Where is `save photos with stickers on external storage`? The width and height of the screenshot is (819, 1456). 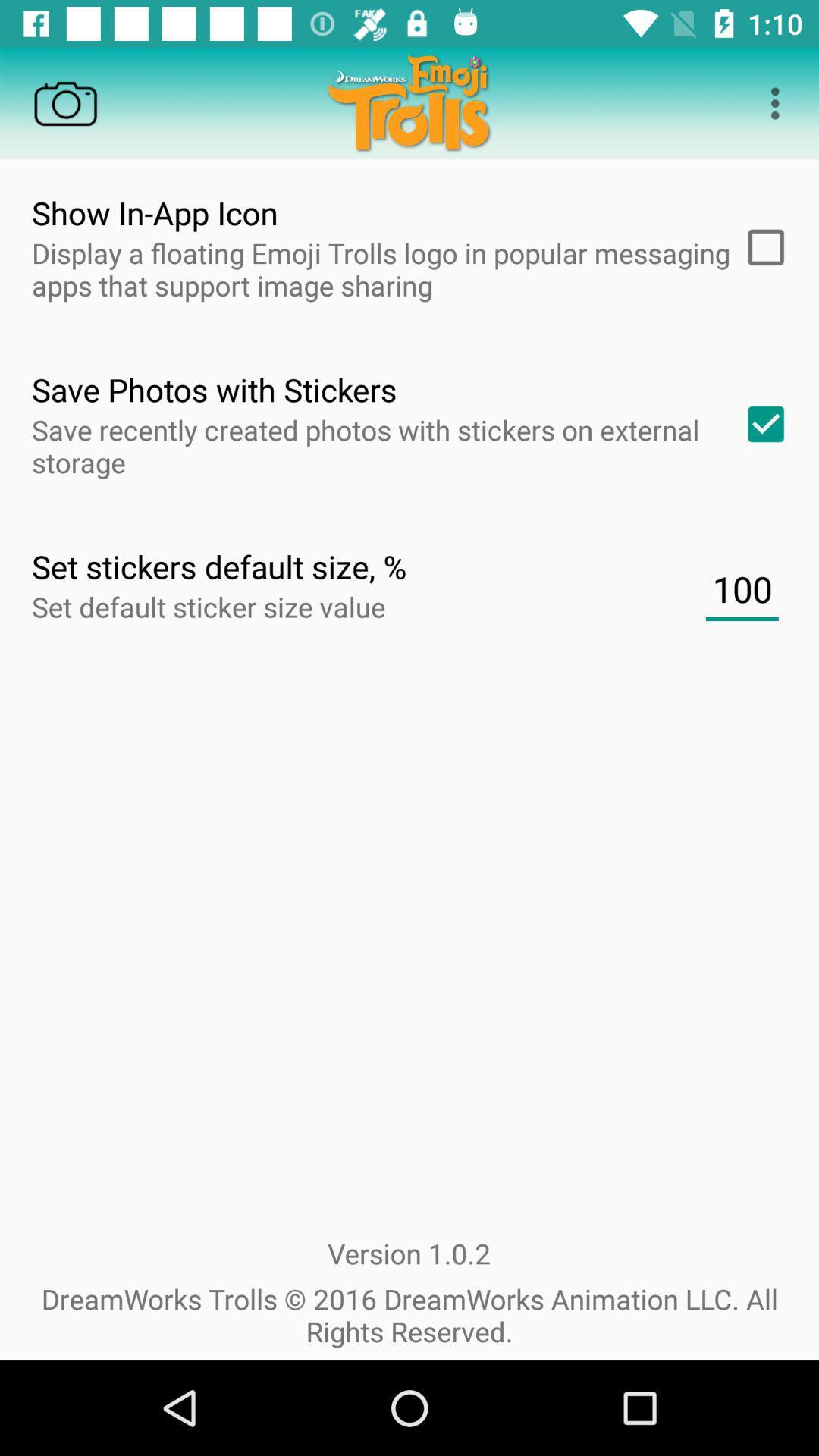 save photos with stickers on external storage is located at coordinates (761, 424).